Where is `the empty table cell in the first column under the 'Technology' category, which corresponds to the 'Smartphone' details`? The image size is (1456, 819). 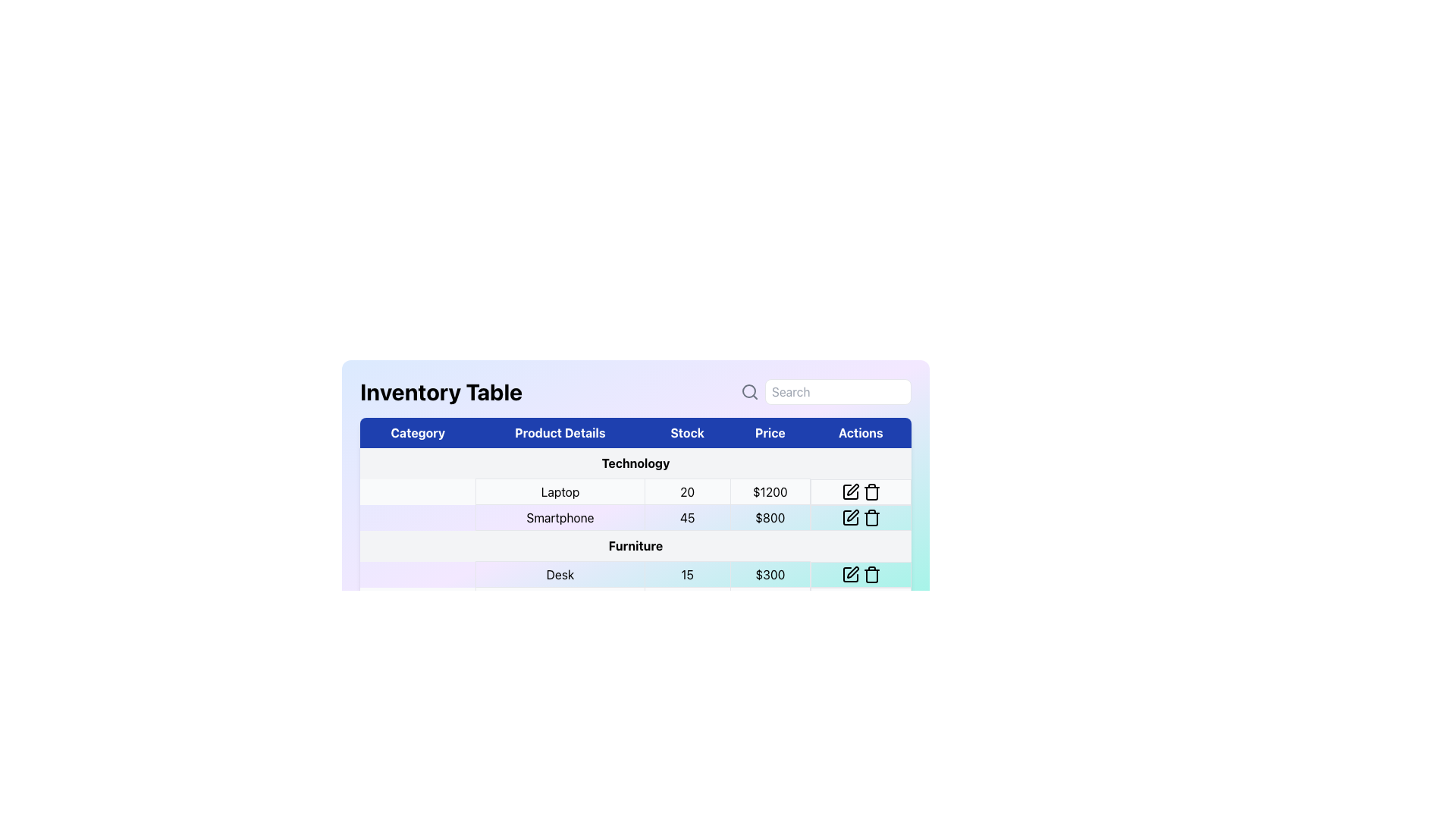 the empty table cell in the first column under the 'Technology' category, which corresponds to the 'Smartphone' details is located at coordinates (418, 516).